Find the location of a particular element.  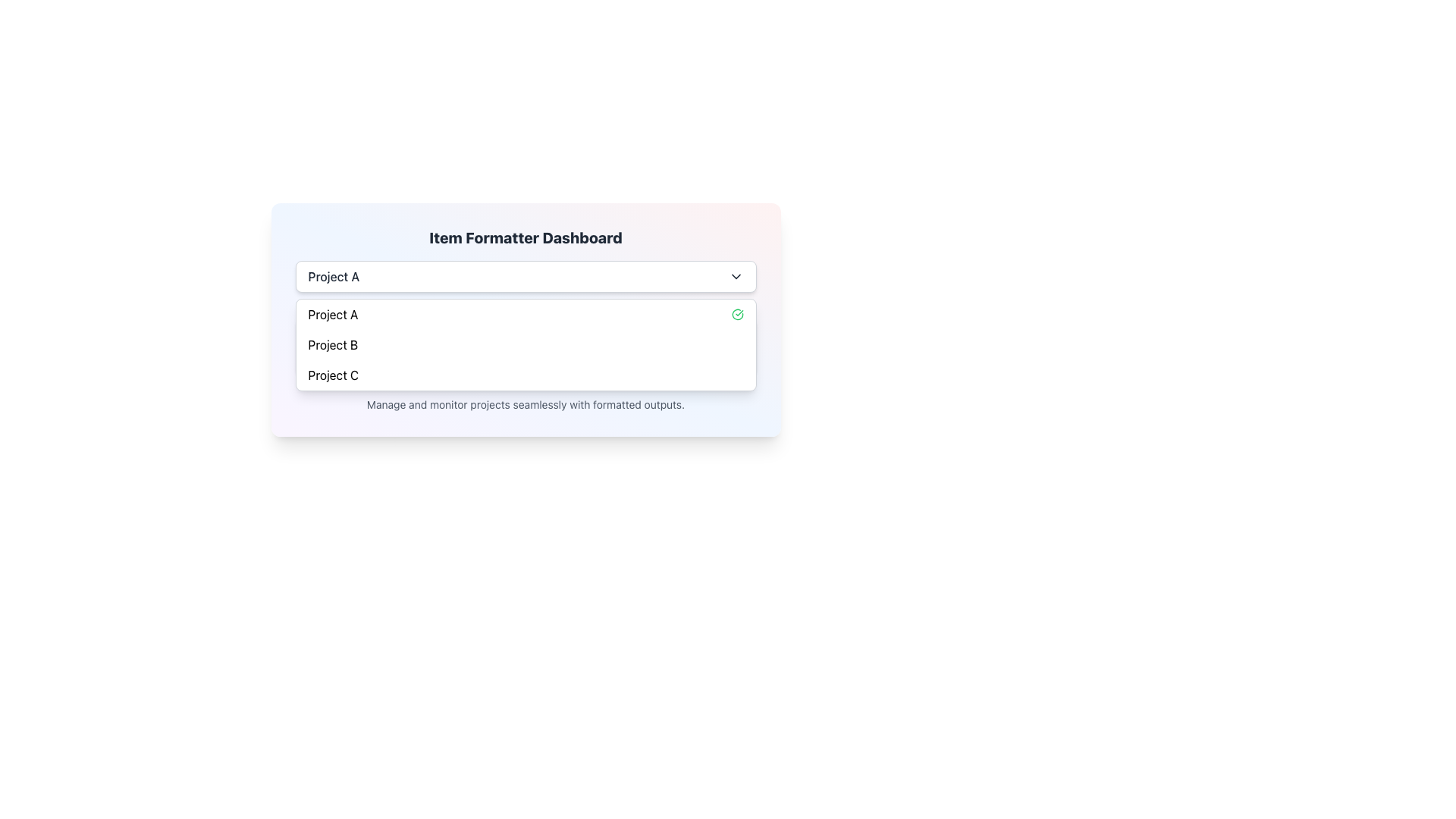

the first item in the dropdown list for 'Project A' is located at coordinates (526, 314).